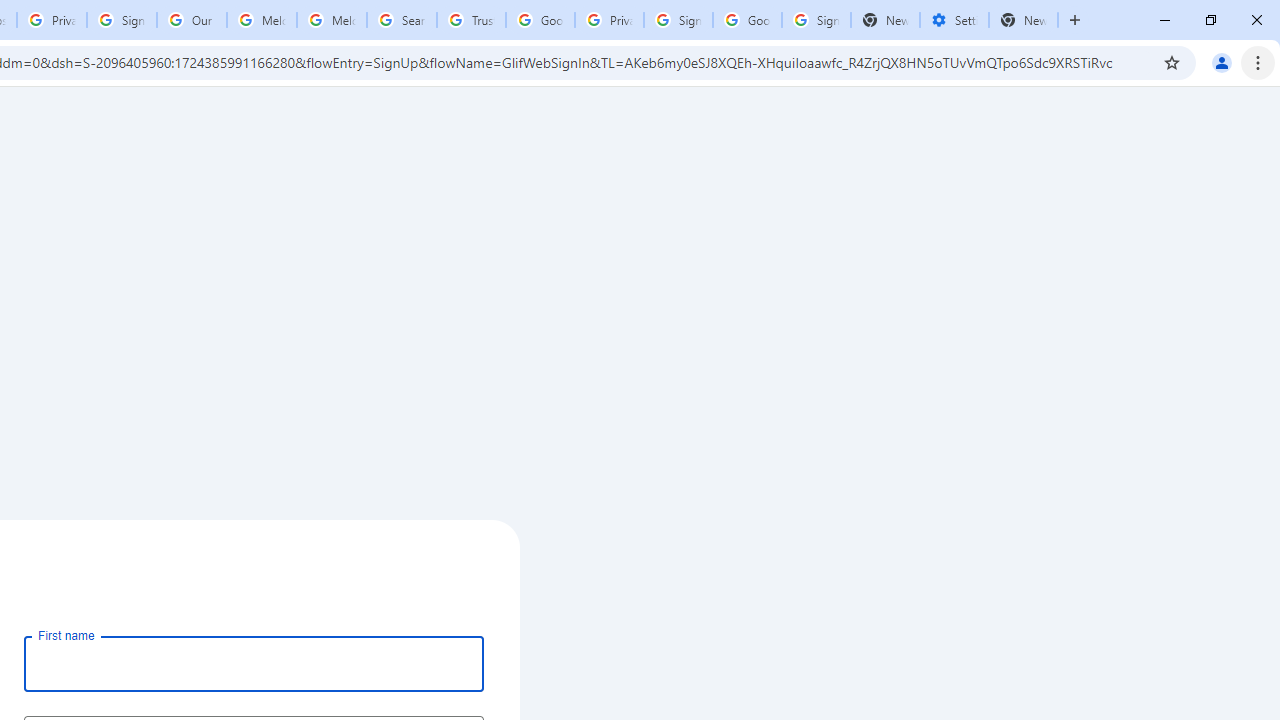 The image size is (1280, 720). What do you see at coordinates (253, 663) in the screenshot?
I see `'First name'` at bounding box center [253, 663].